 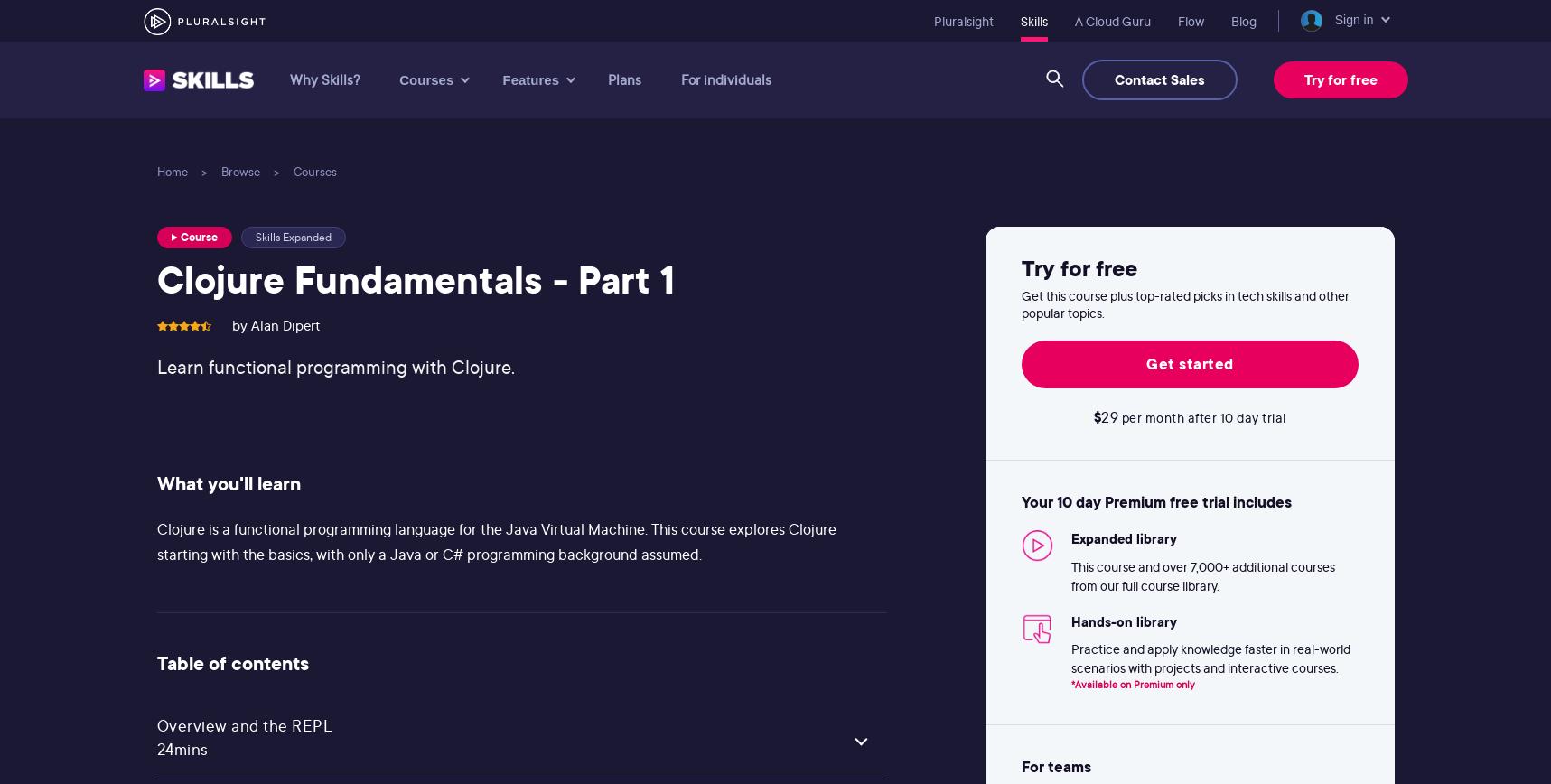 What do you see at coordinates (1021, 502) in the screenshot?
I see `'Your 10 day Premium free trial includes'` at bounding box center [1021, 502].